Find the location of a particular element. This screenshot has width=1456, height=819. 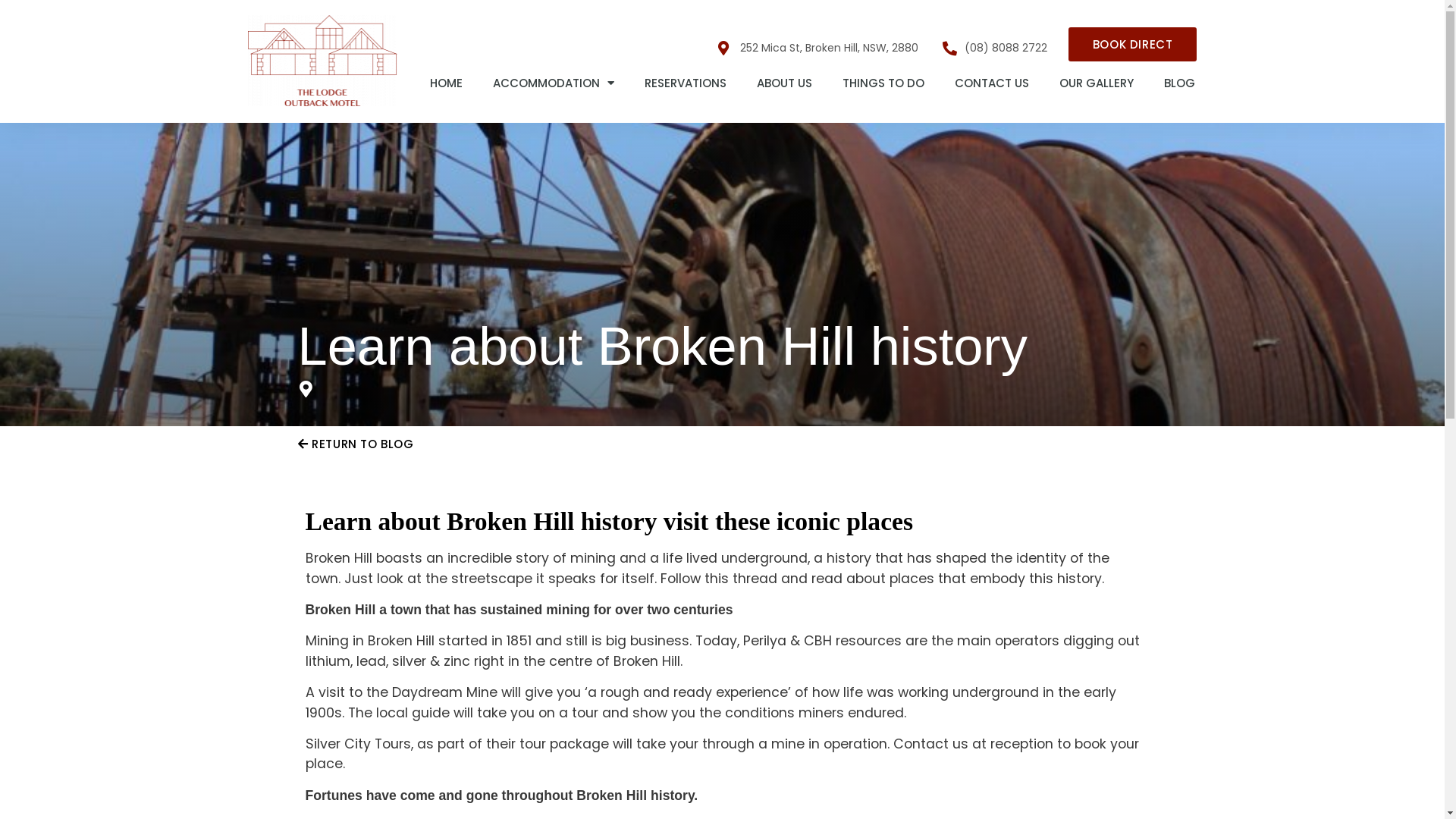

'CONTACT US' is located at coordinates (991, 83).